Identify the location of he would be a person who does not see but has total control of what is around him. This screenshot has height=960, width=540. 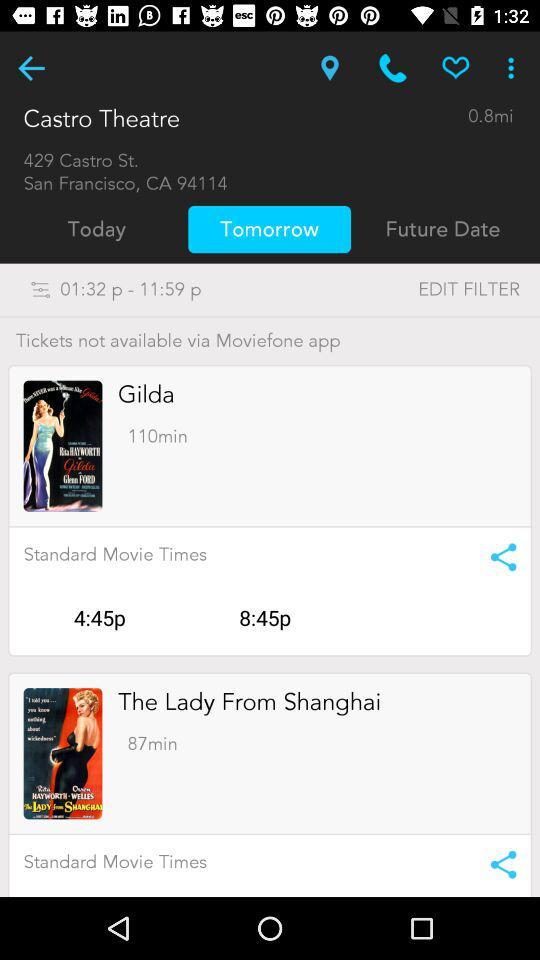
(30, 68).